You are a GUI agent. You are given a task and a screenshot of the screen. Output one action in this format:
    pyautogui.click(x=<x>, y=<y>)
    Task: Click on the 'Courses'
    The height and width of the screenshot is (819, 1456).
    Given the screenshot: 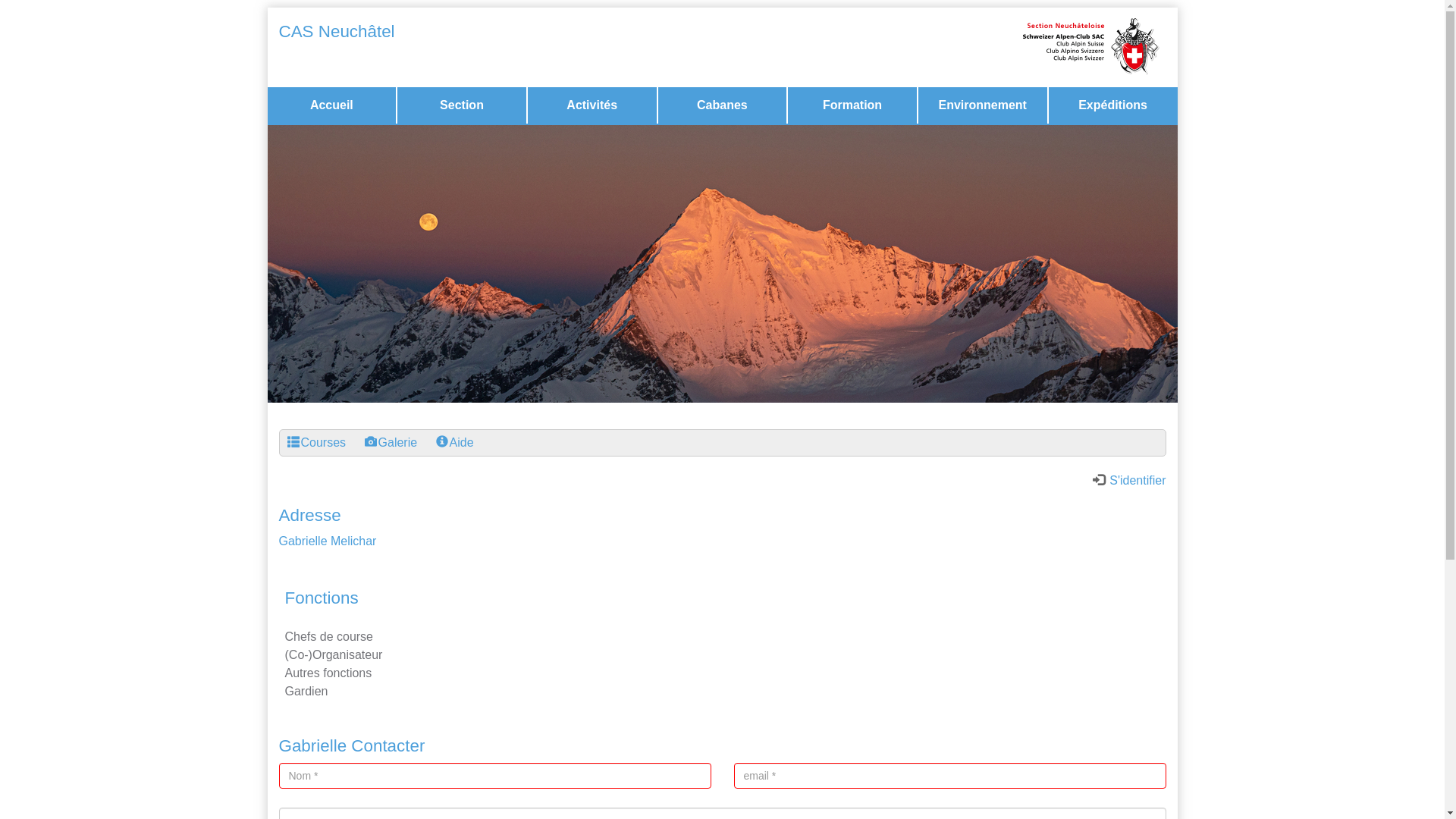 What is the action you would take?
    pyautogui.click(x=287, y=441)
    